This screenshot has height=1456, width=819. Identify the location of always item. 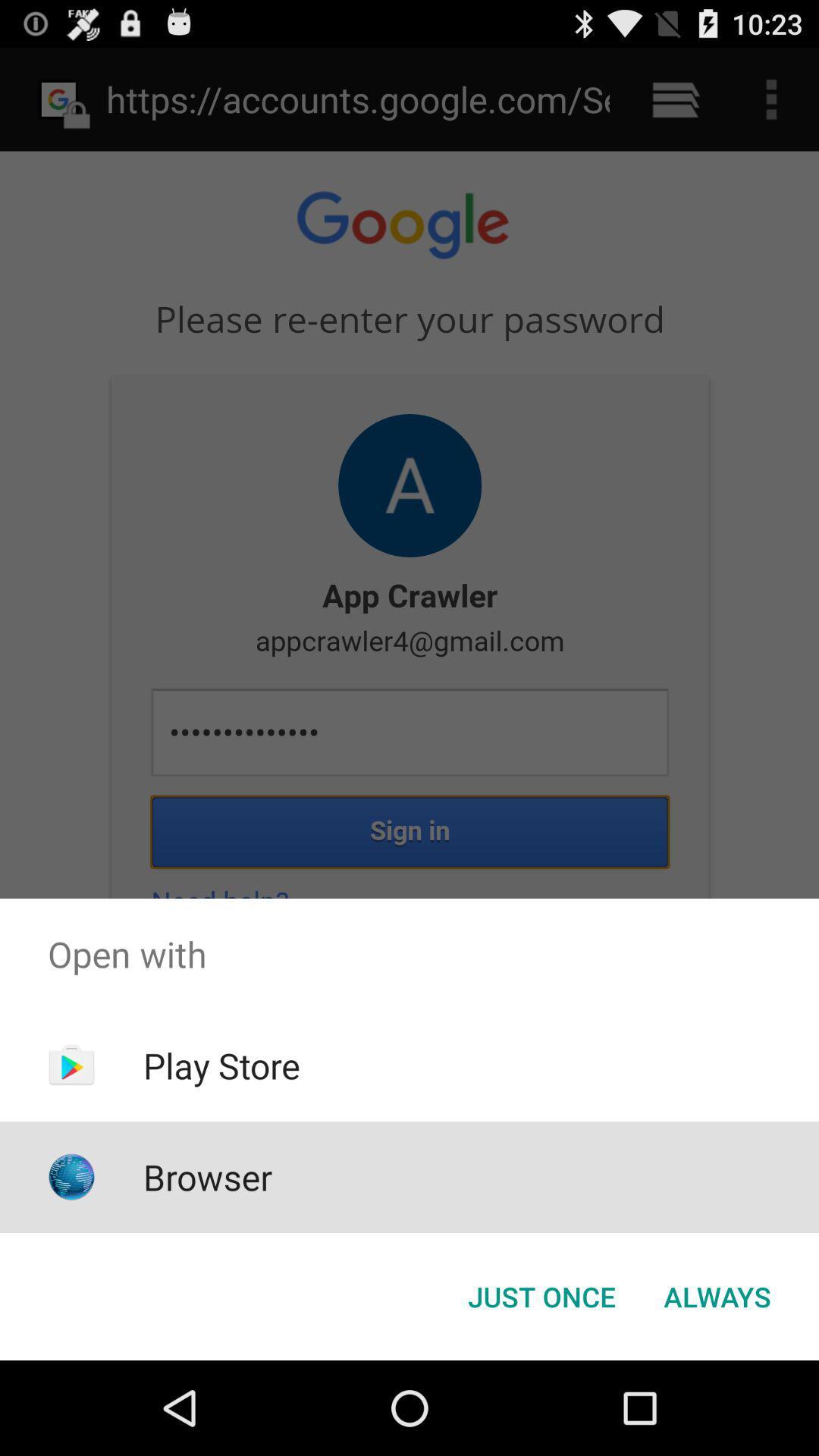
(717, 1295).